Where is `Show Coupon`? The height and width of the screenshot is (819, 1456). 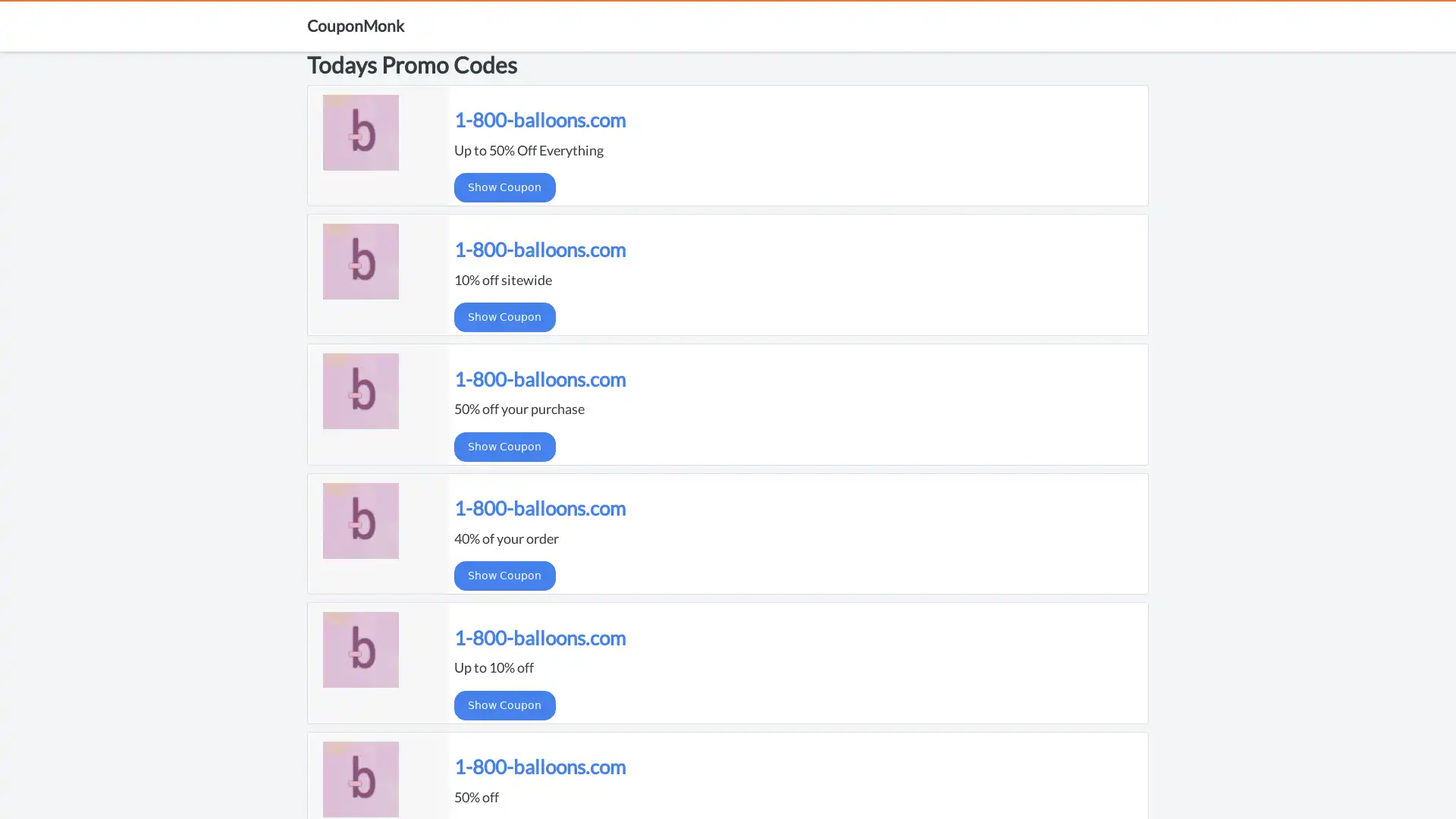
Show Coupon is located at coordinates (504, 576).